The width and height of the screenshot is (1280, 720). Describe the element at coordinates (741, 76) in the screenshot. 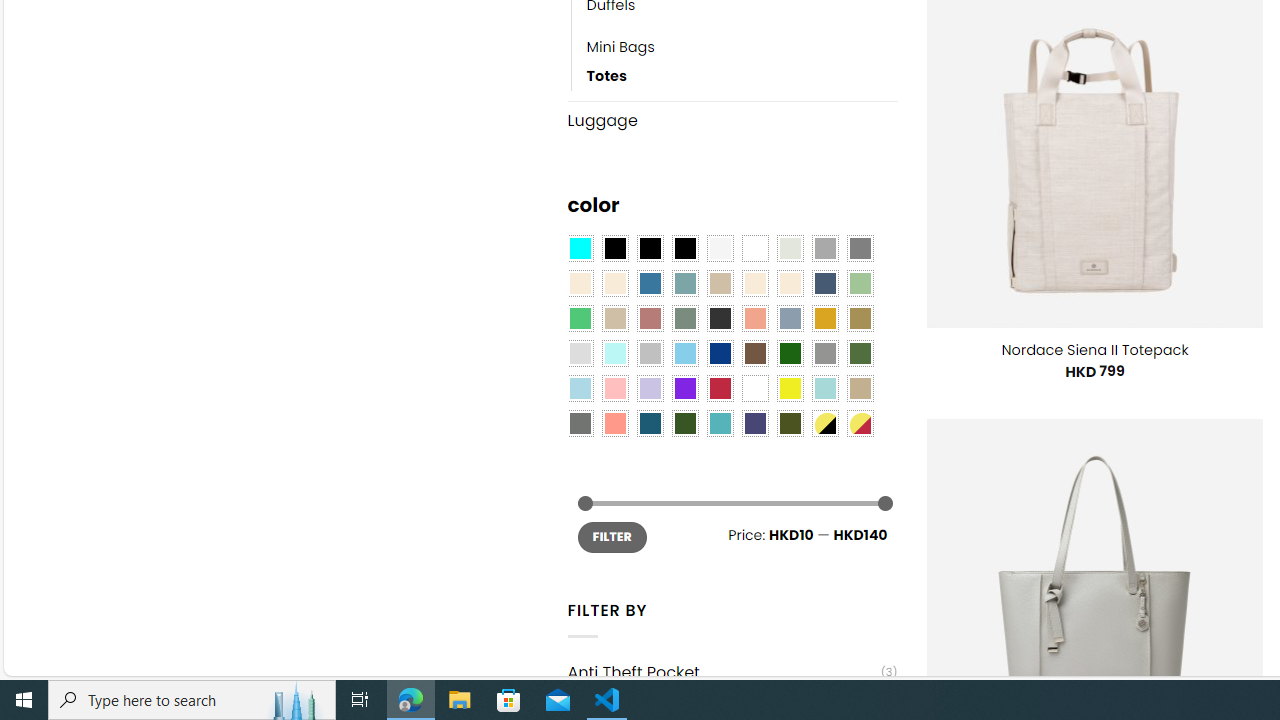

I see `'Totes'` at that location.